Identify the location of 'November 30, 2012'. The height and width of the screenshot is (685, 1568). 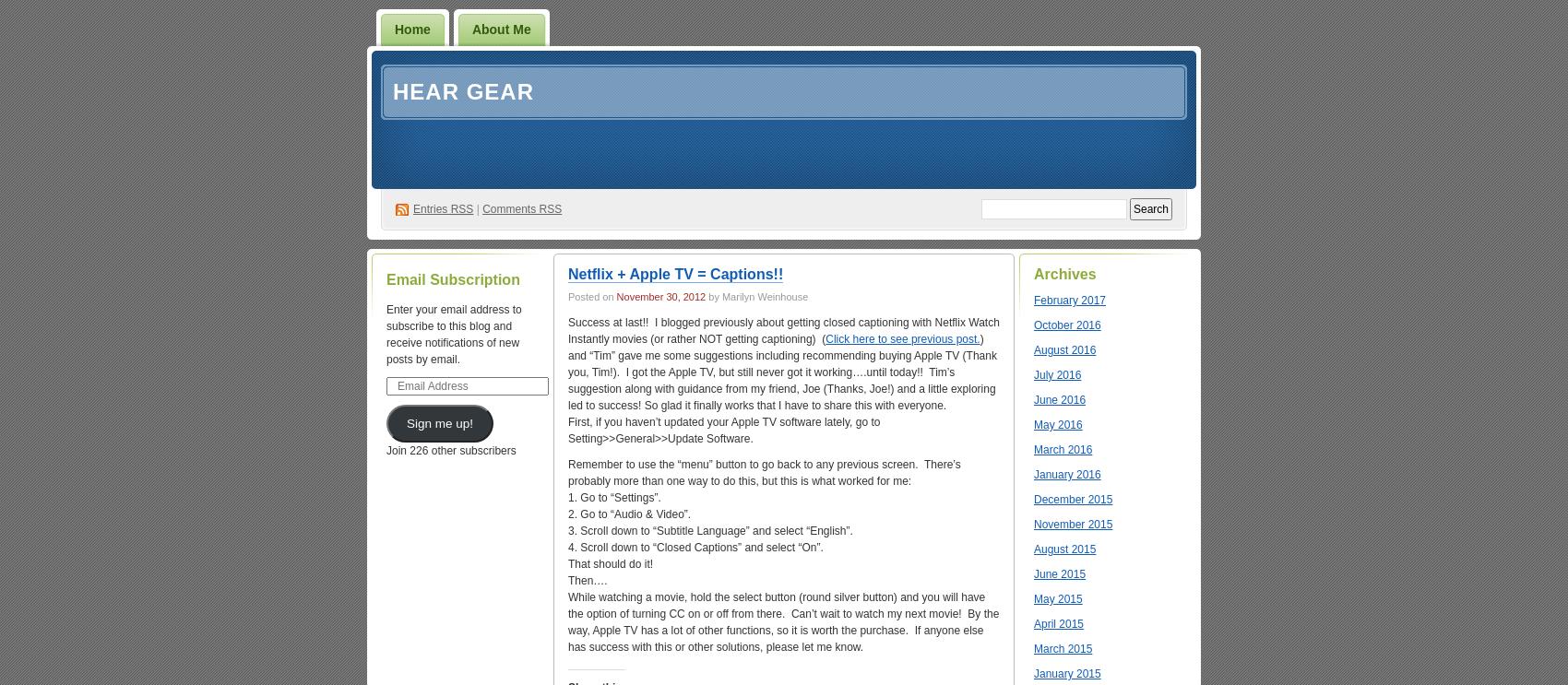
(660, 296).